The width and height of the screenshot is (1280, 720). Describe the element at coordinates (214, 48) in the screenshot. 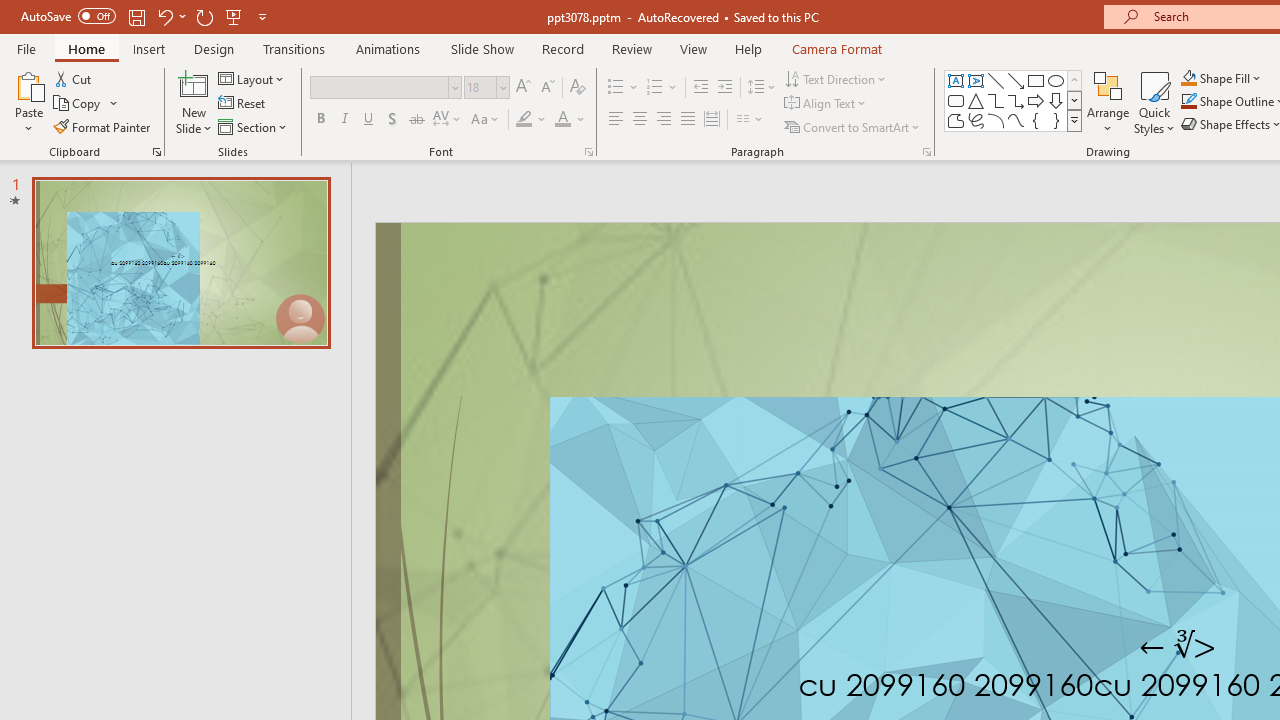

I see `'Design'` at that location.